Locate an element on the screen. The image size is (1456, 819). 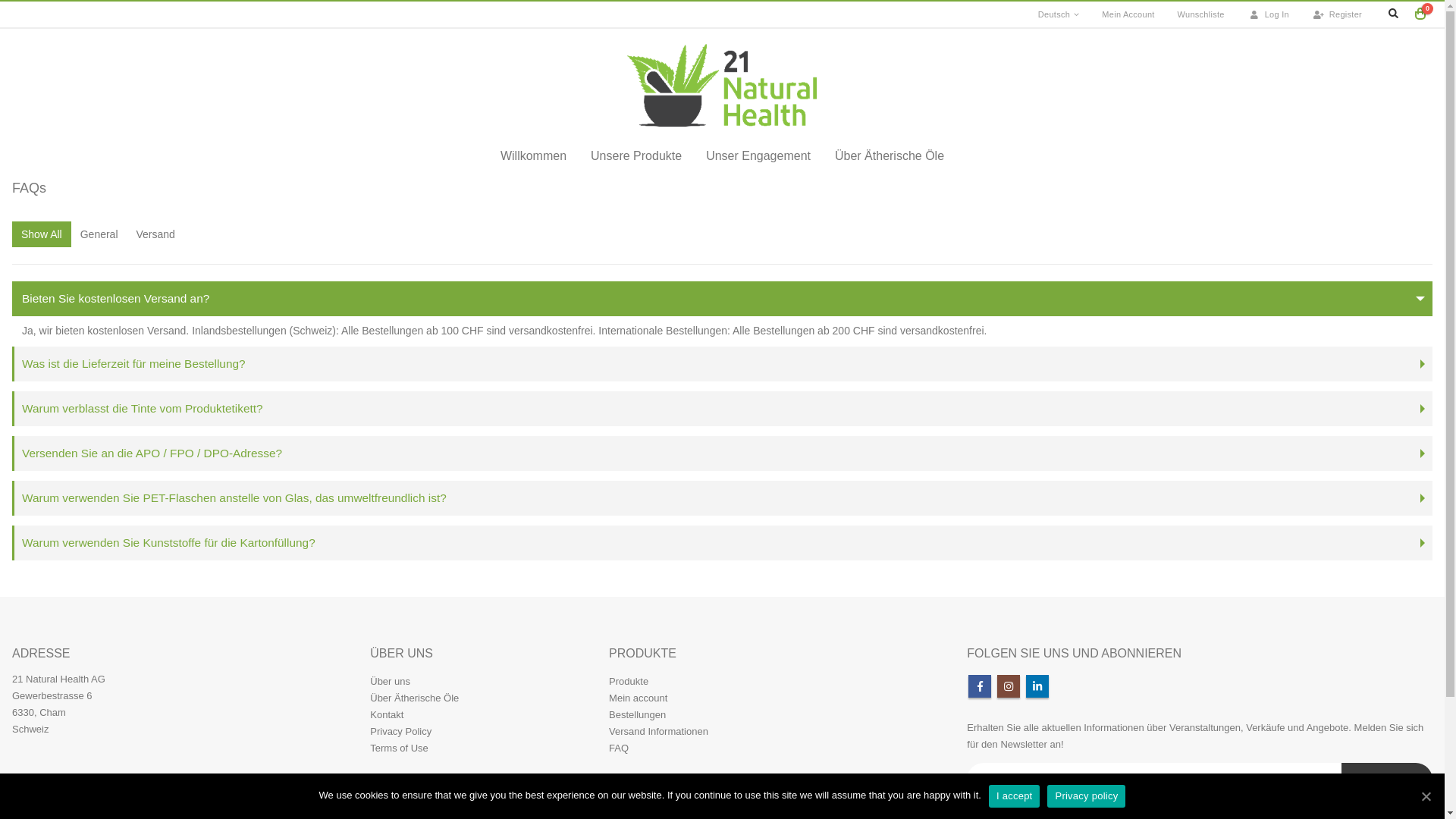
'Mein Account' is located at coordinates (1128, 14).